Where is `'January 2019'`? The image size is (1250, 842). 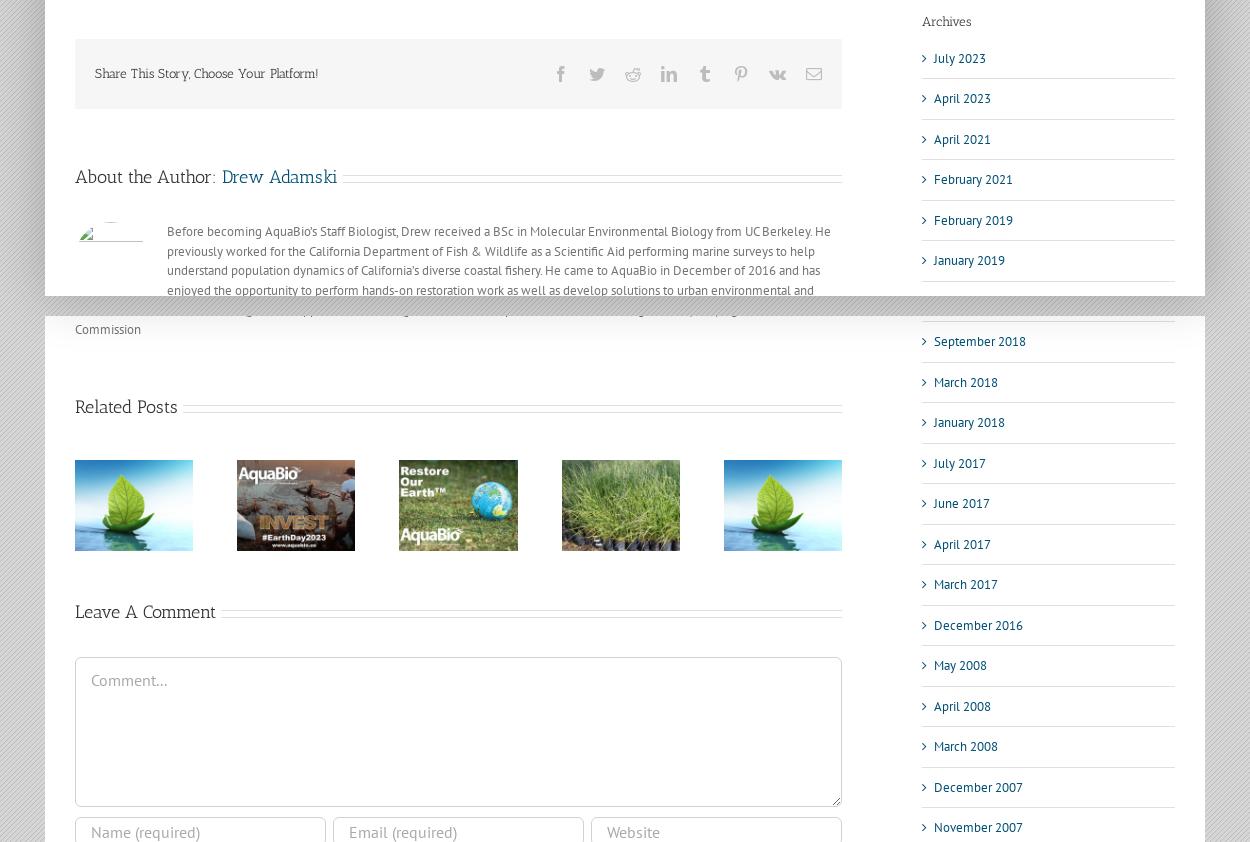 'January 2019' is located at coordinates (968, 260).